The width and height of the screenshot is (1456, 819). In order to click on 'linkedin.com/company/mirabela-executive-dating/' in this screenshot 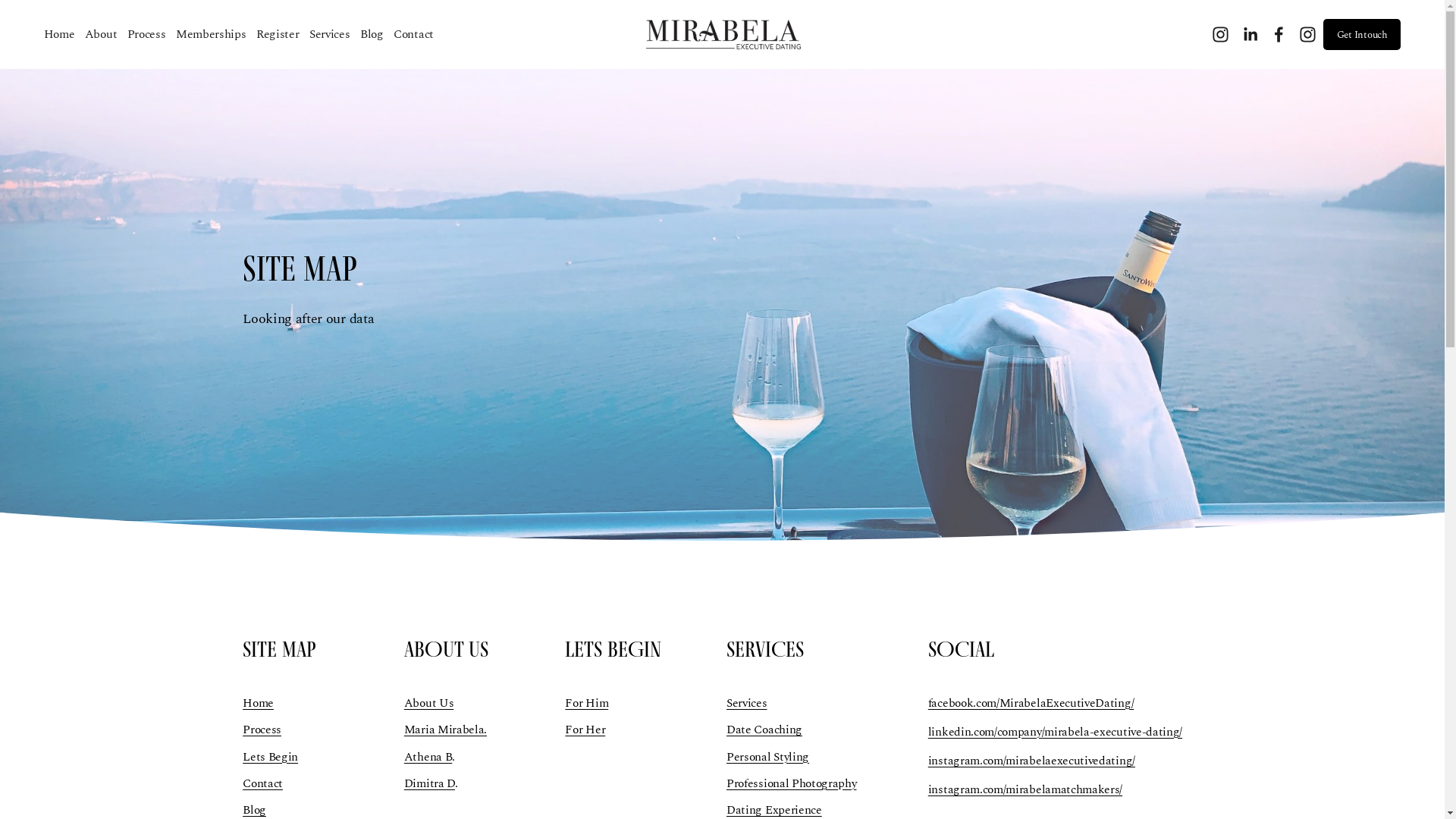, I will do `click(1054, 730)`.